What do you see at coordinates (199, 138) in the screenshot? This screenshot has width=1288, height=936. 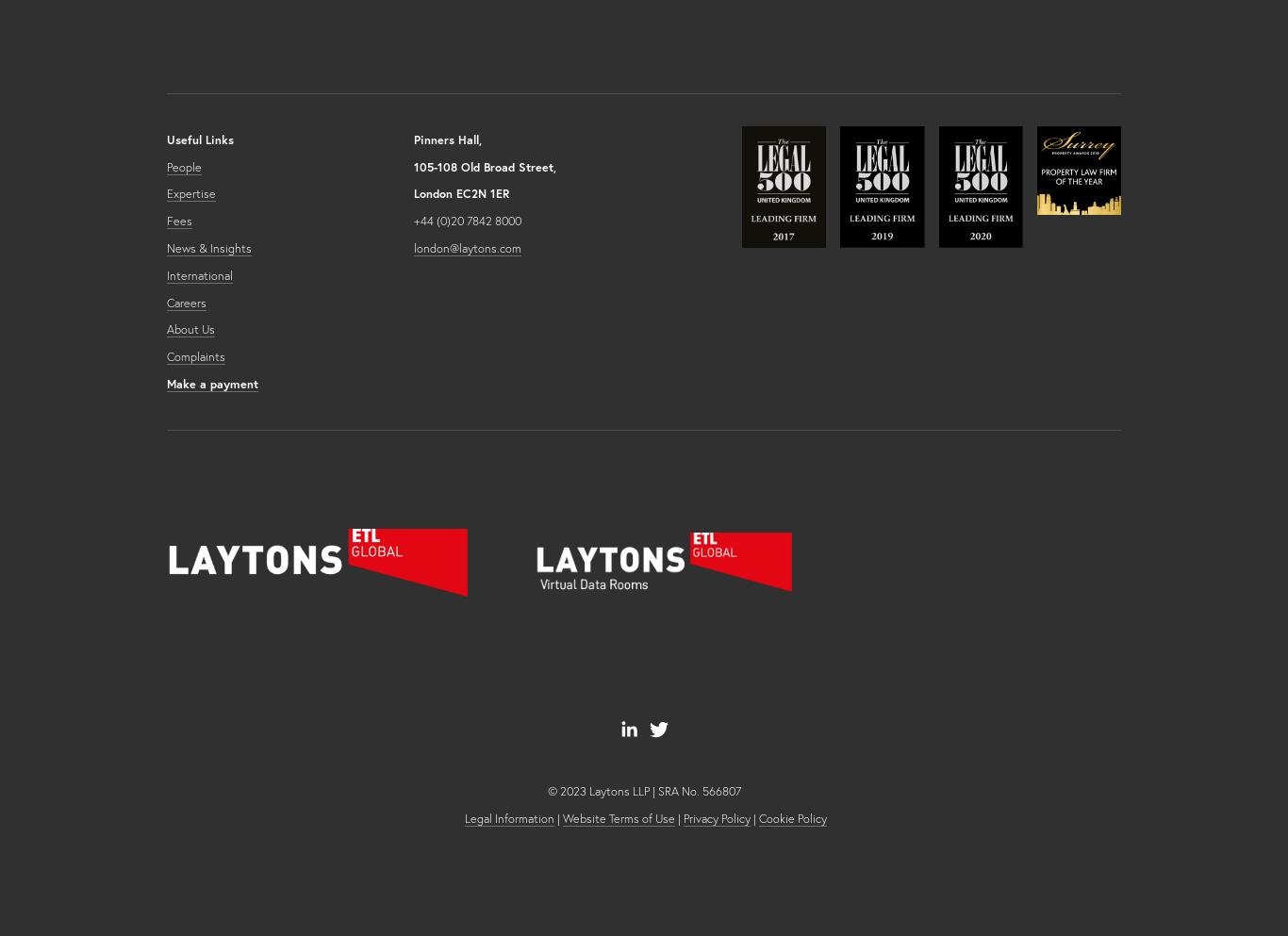 I see `'Useful Links'` at bounding box center [199, 138].